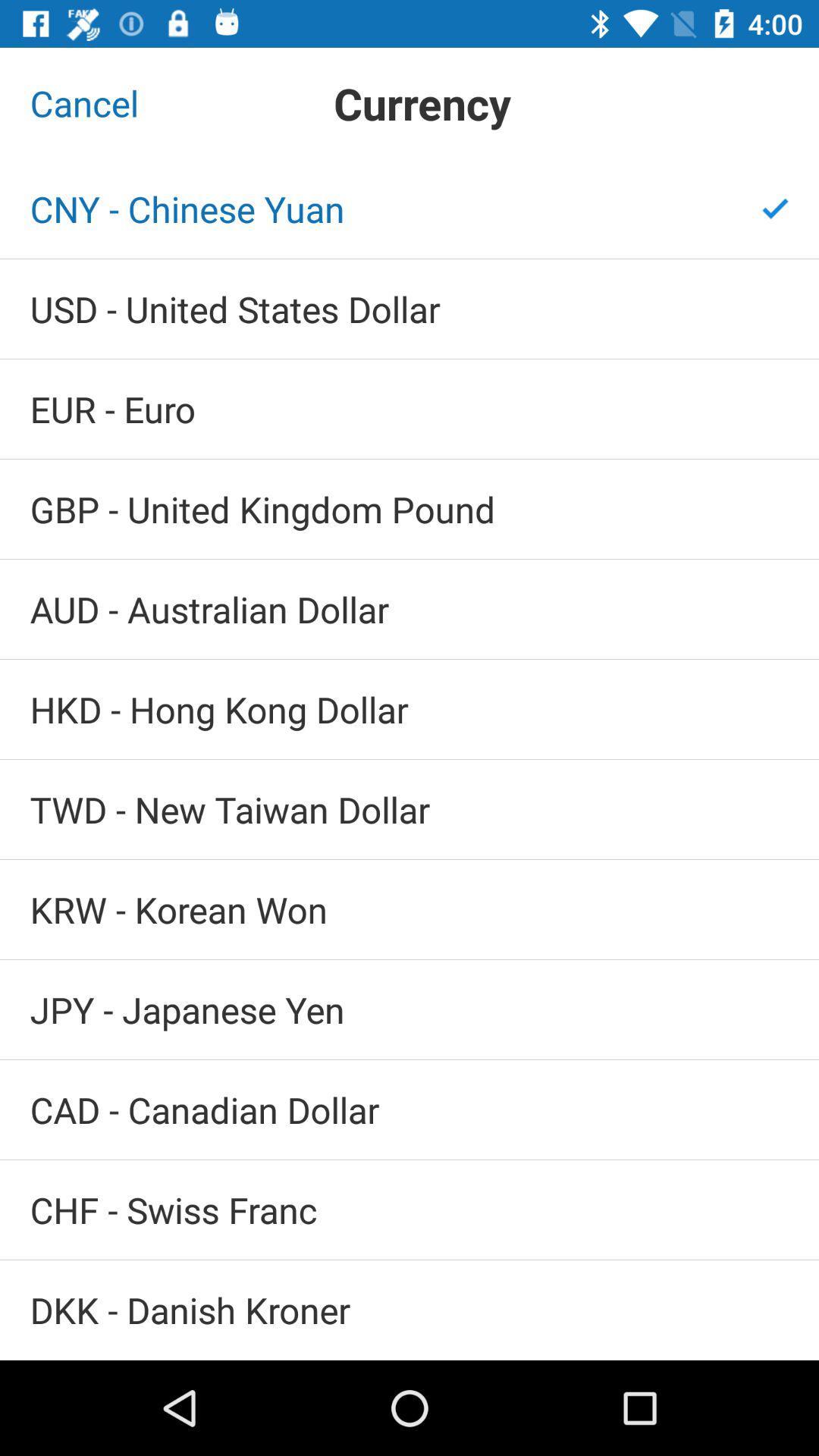  What do you see at coordinates (409, 808) in the screenshot?
I see `twd new taiwan icon` at bounding box center [409, 808].